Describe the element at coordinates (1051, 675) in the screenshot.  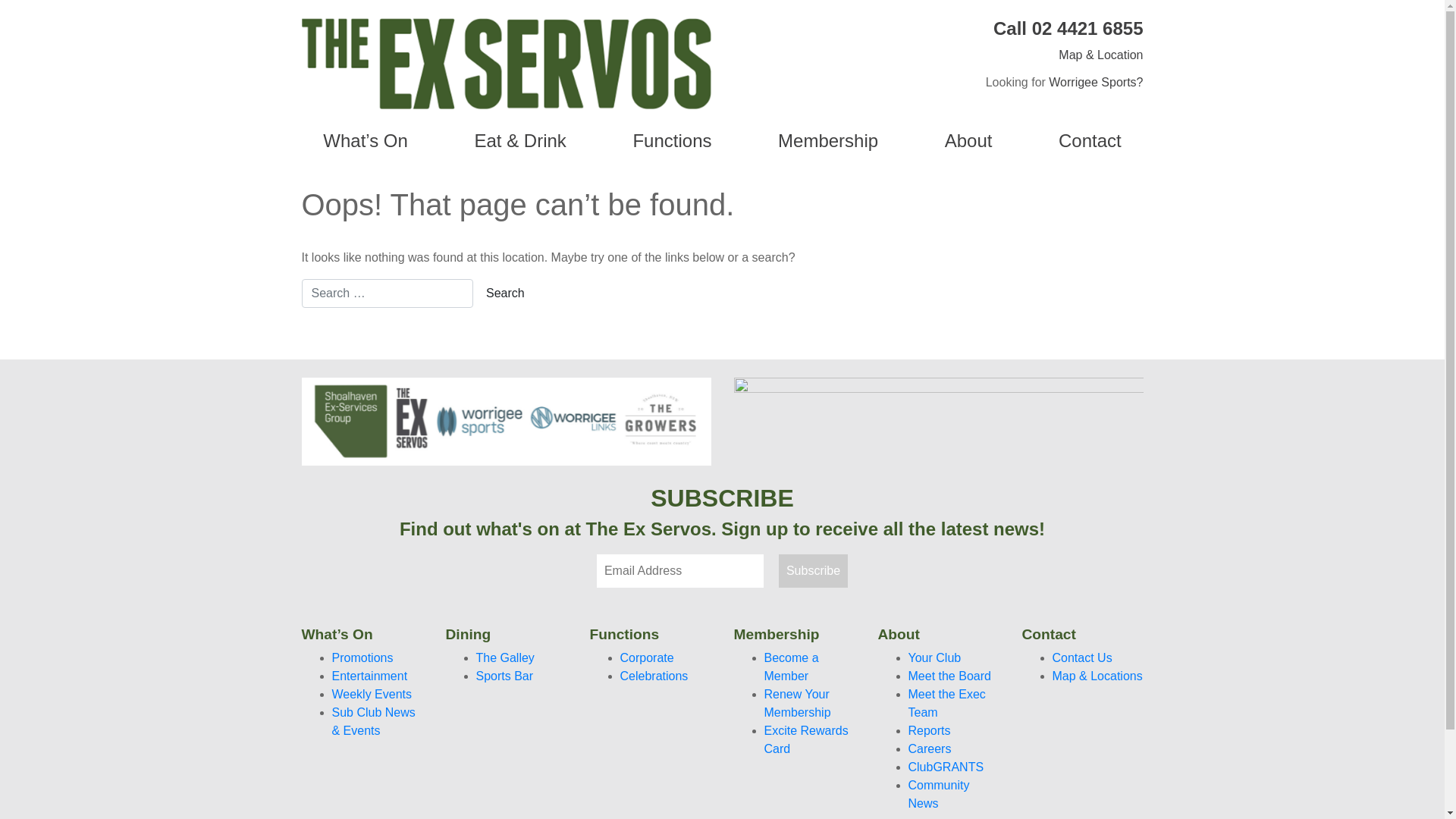
I see `'Map & Locations'` at that location.